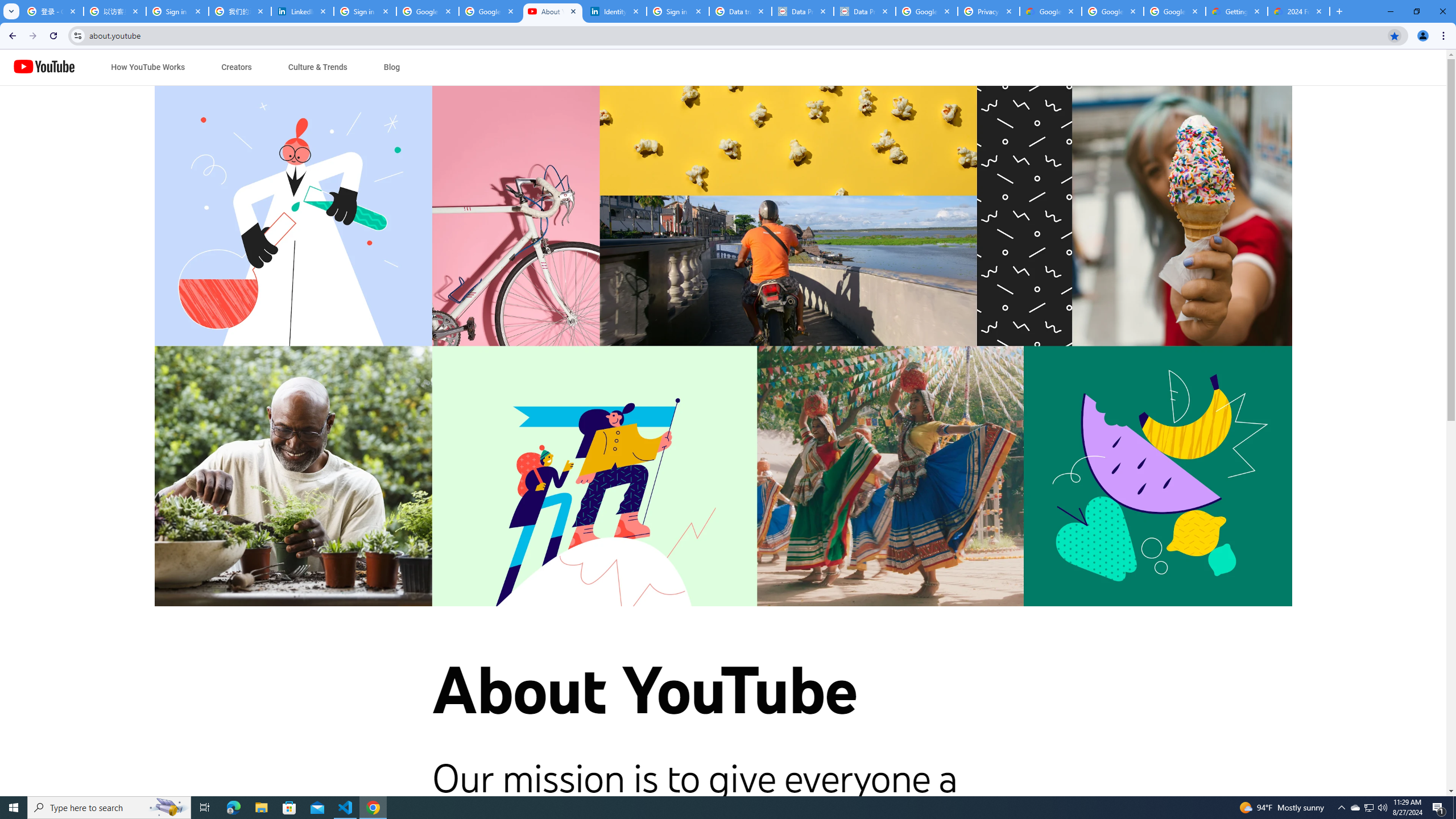  Describe the element at coordinates (552, 11) in the screenshot. I see `'About YouTube - YouTube'` at that location.